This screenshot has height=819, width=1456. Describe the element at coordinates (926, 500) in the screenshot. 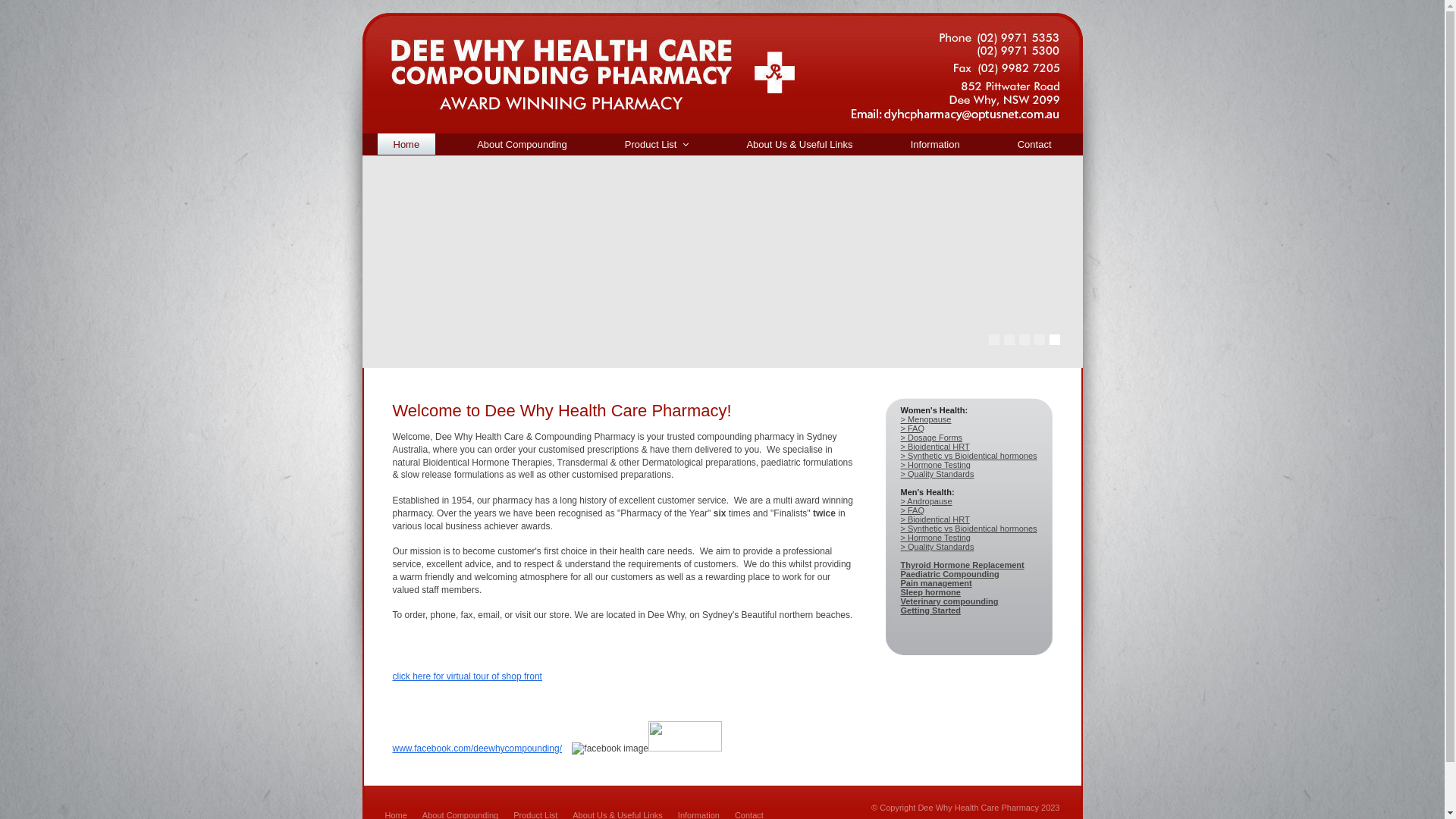

I see `'> Andropause'` at that location.